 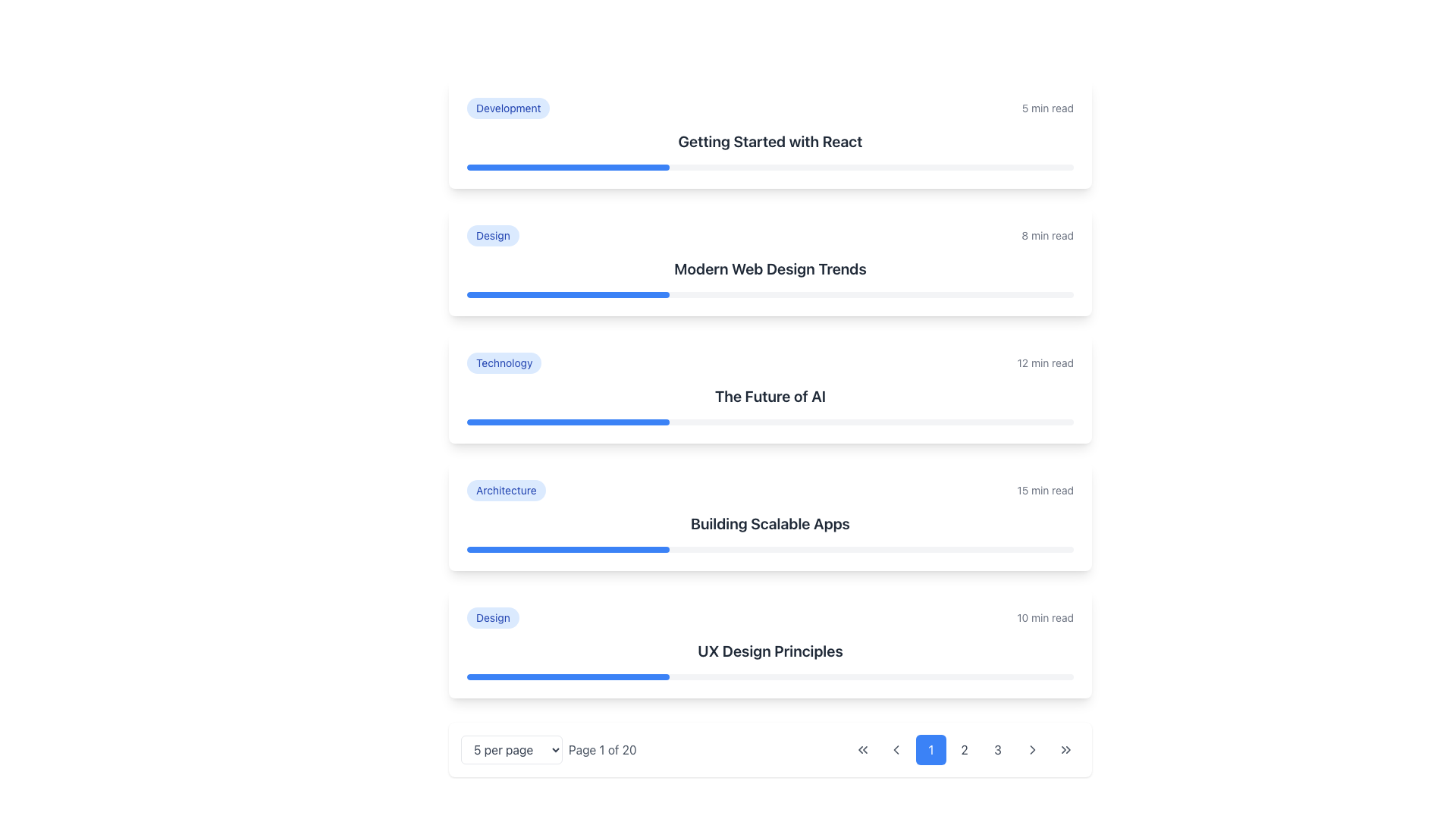 I want to click on the static text label displaying '12 min read', which is aligned to the far right of its row in the third row of a vertical list, so click(x=1044, y=362).